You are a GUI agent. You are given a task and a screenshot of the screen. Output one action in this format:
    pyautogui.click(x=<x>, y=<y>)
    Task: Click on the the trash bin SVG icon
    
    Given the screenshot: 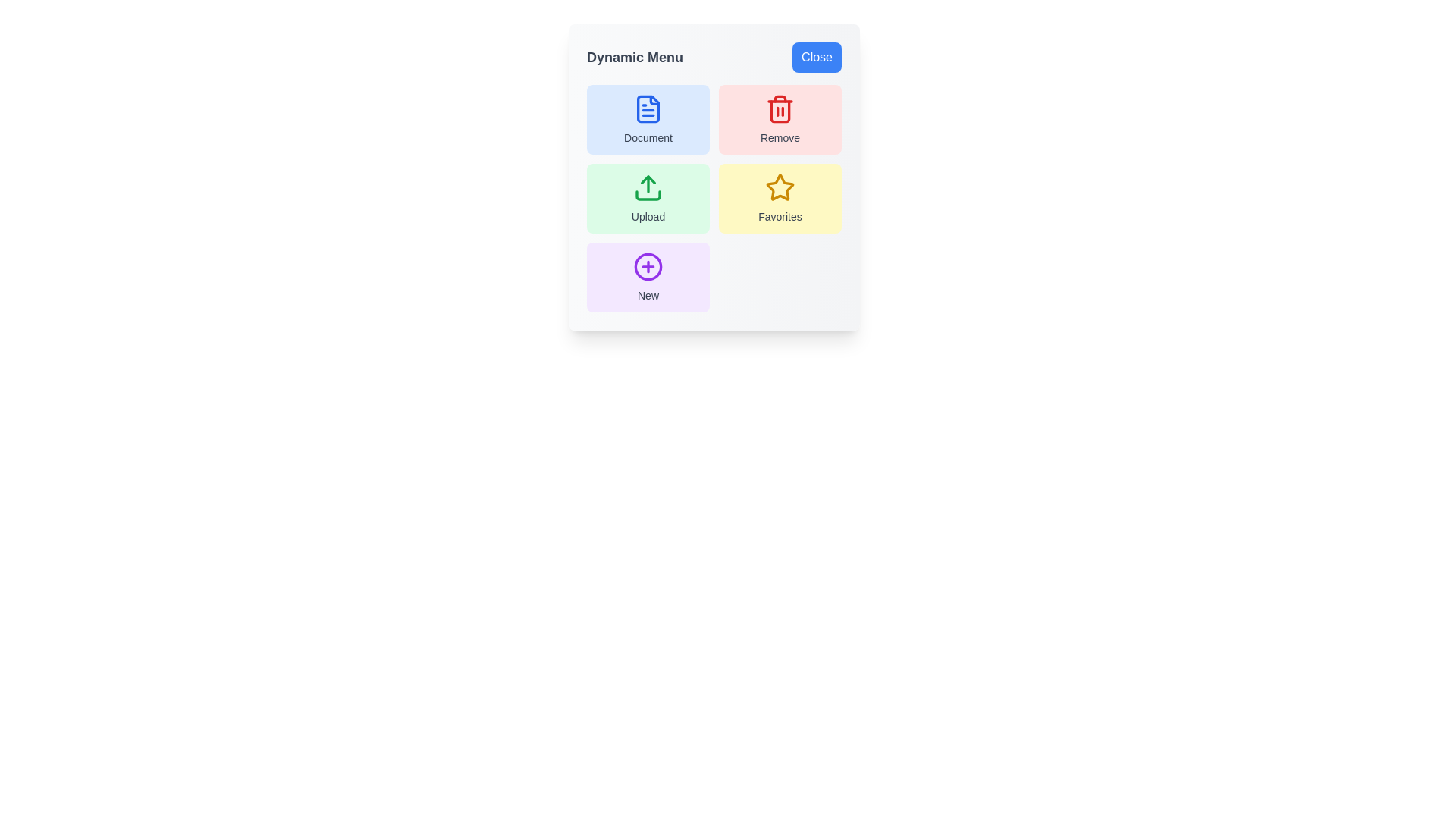 What is the action you would take?
    pyautogui.click(x=780, y=108)
    